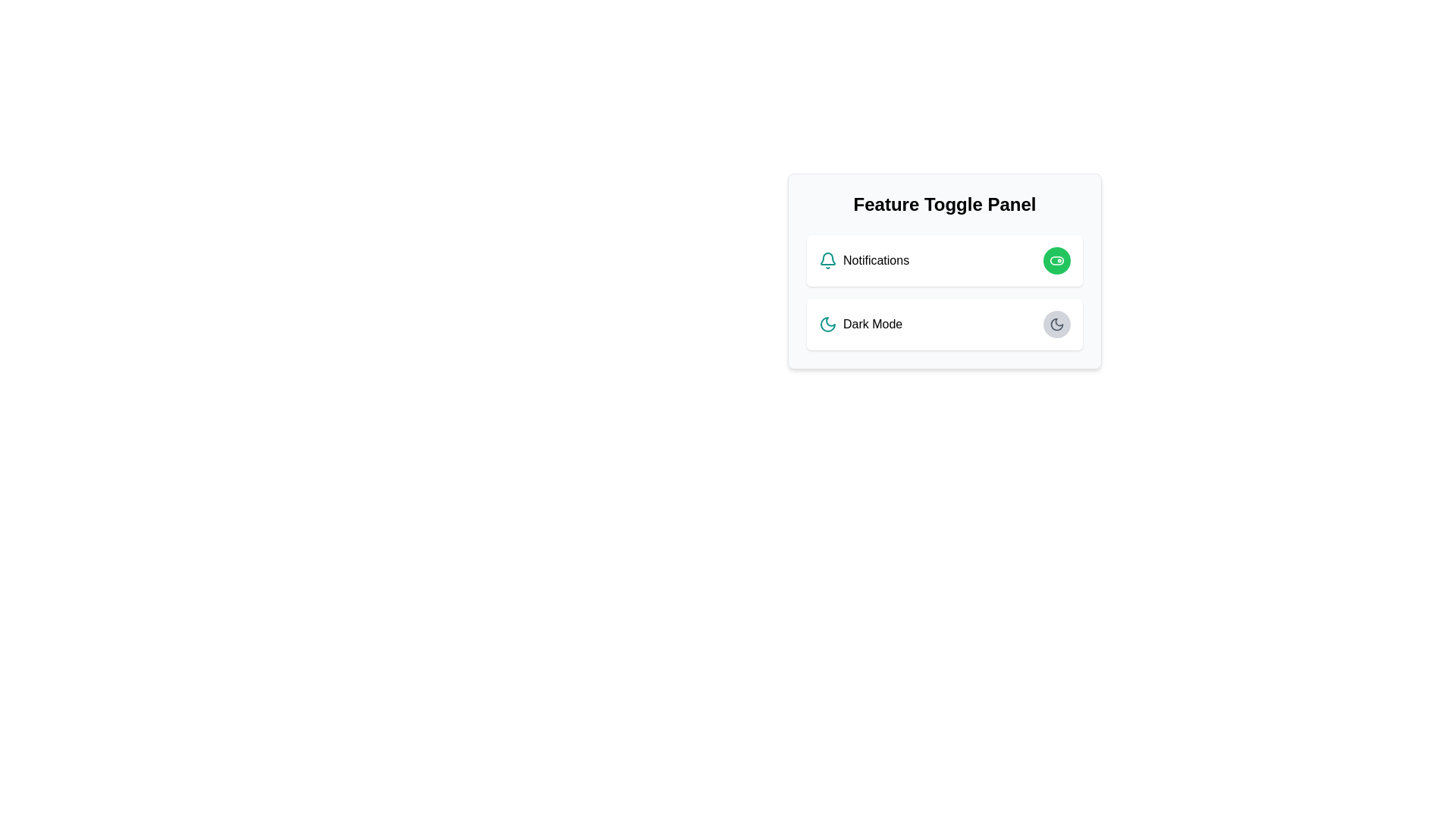 The image size is (1456, 819). I want to click on the 'Notifications' label with an icon in the Feature Toggle Panel, so click(864, 259).